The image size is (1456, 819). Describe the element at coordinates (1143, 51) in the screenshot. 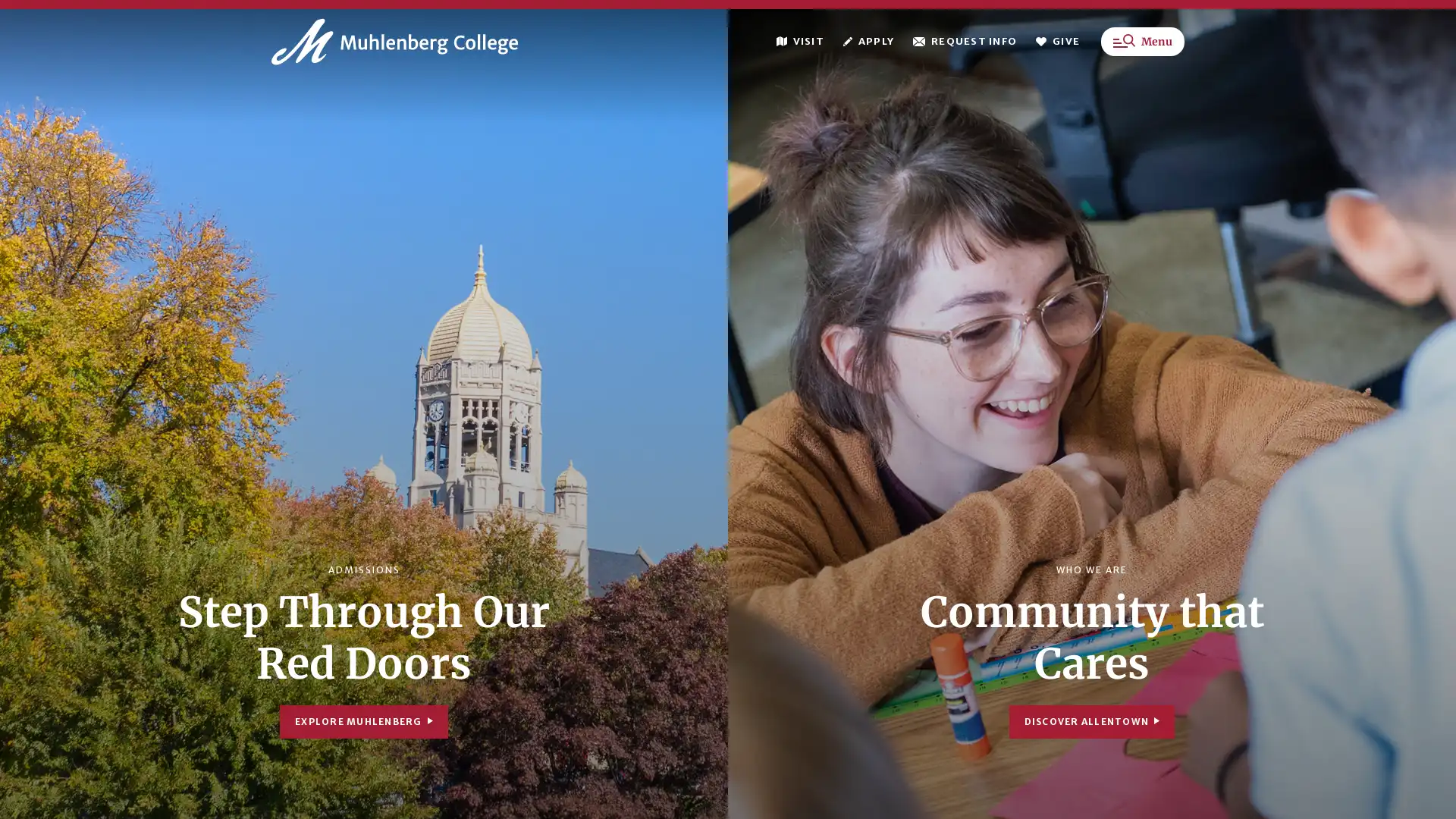

I see `Menu` at that location.